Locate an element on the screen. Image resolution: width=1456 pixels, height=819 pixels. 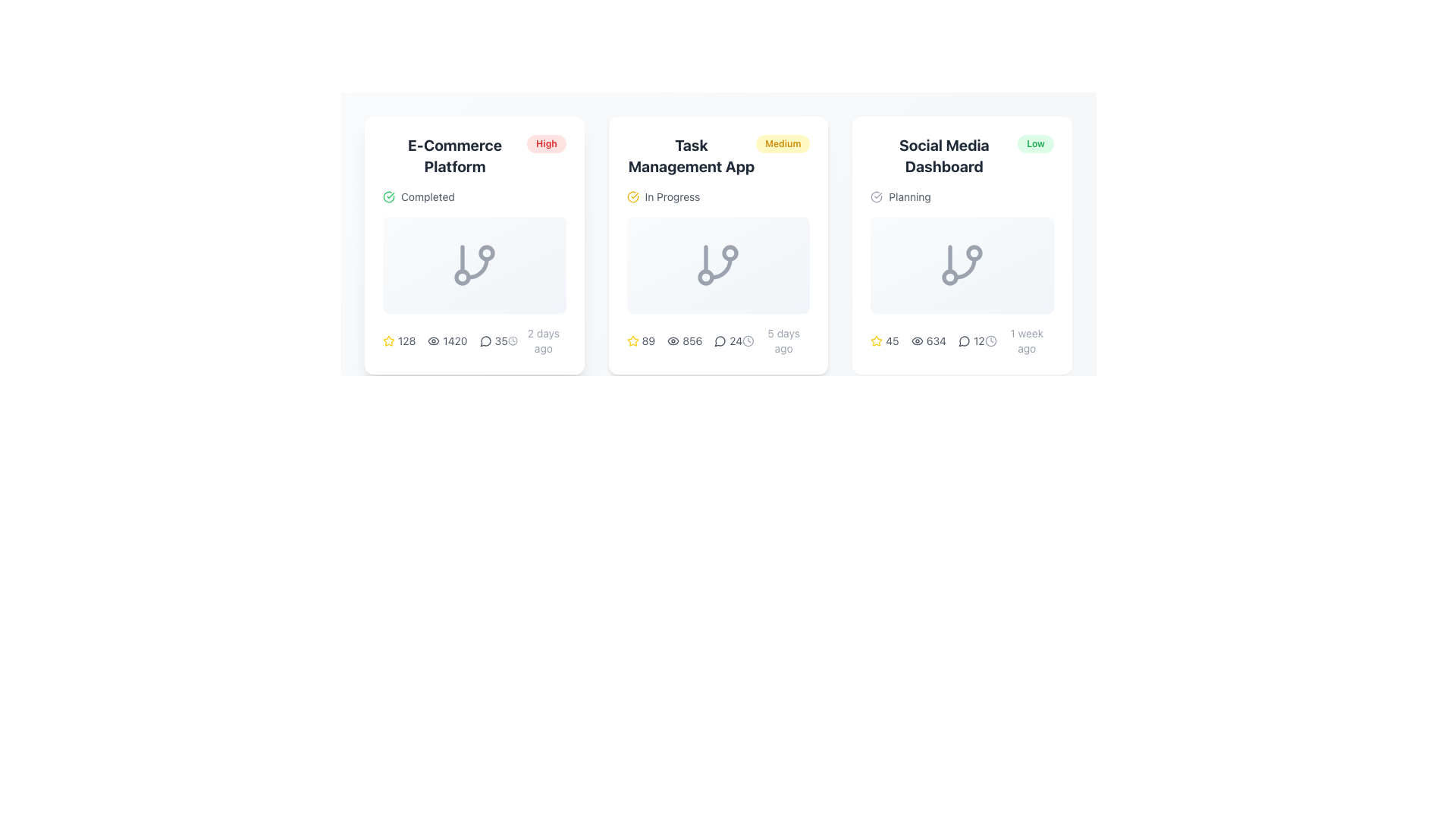
the icon representing a branching structure within the card component labeled 'Task Management App' is located at coordinates (717, 245).